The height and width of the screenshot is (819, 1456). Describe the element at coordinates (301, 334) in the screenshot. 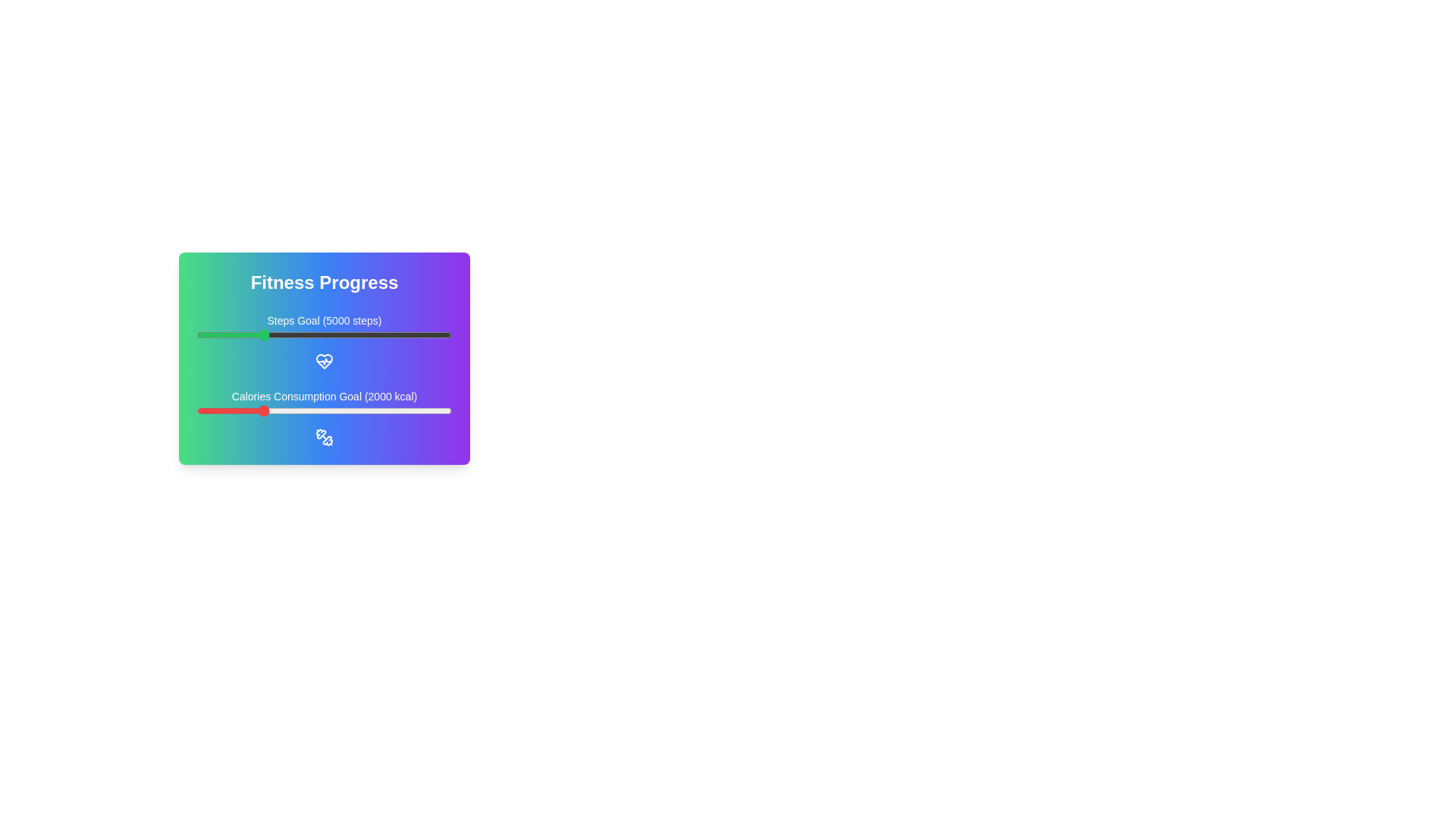

I see `the steps goal` at that location.